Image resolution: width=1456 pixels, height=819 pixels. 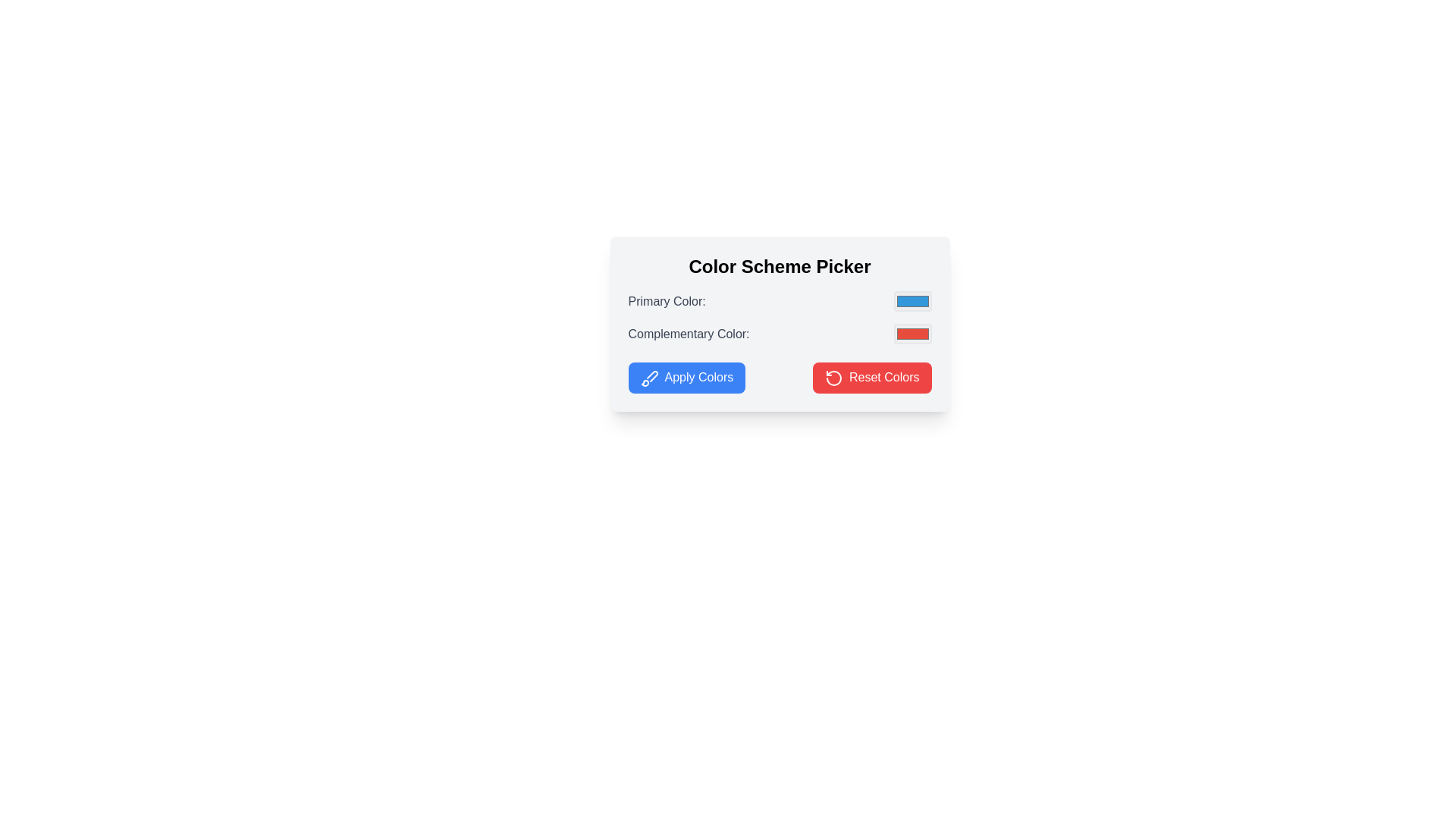 What do you see at coordinates (912, 301) in the screenshot?
I see `the blue Color input field located in the top right area of the interface card to change its value` at bounding box center [912, 301].